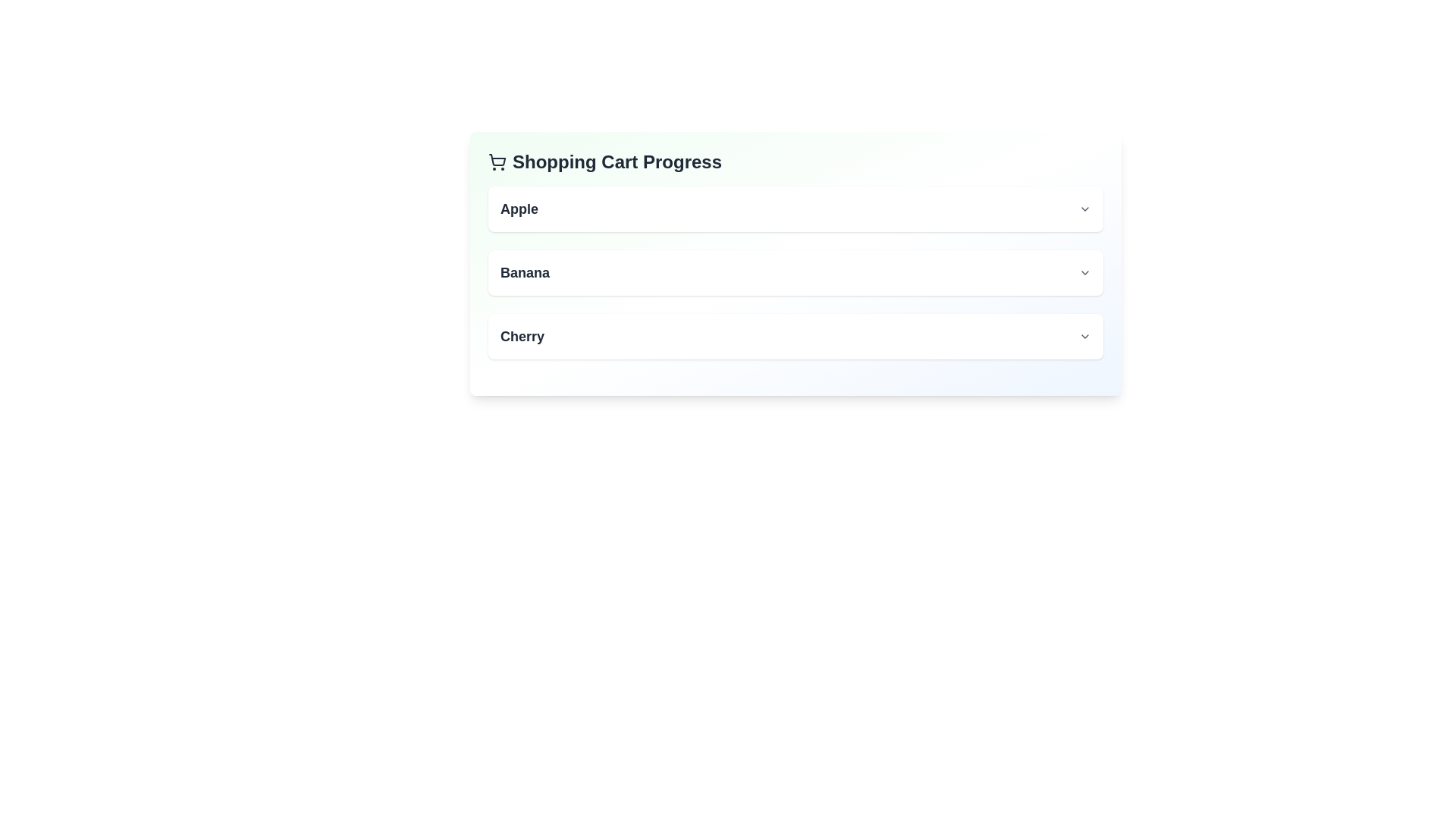 The width and height of the screenshot is (1456, 819). I want to click on the Text Label indicating the shopping cart progress, which is positioned slightly to the right of the shopping cart icon and is part of the header group, so click(617, 162).